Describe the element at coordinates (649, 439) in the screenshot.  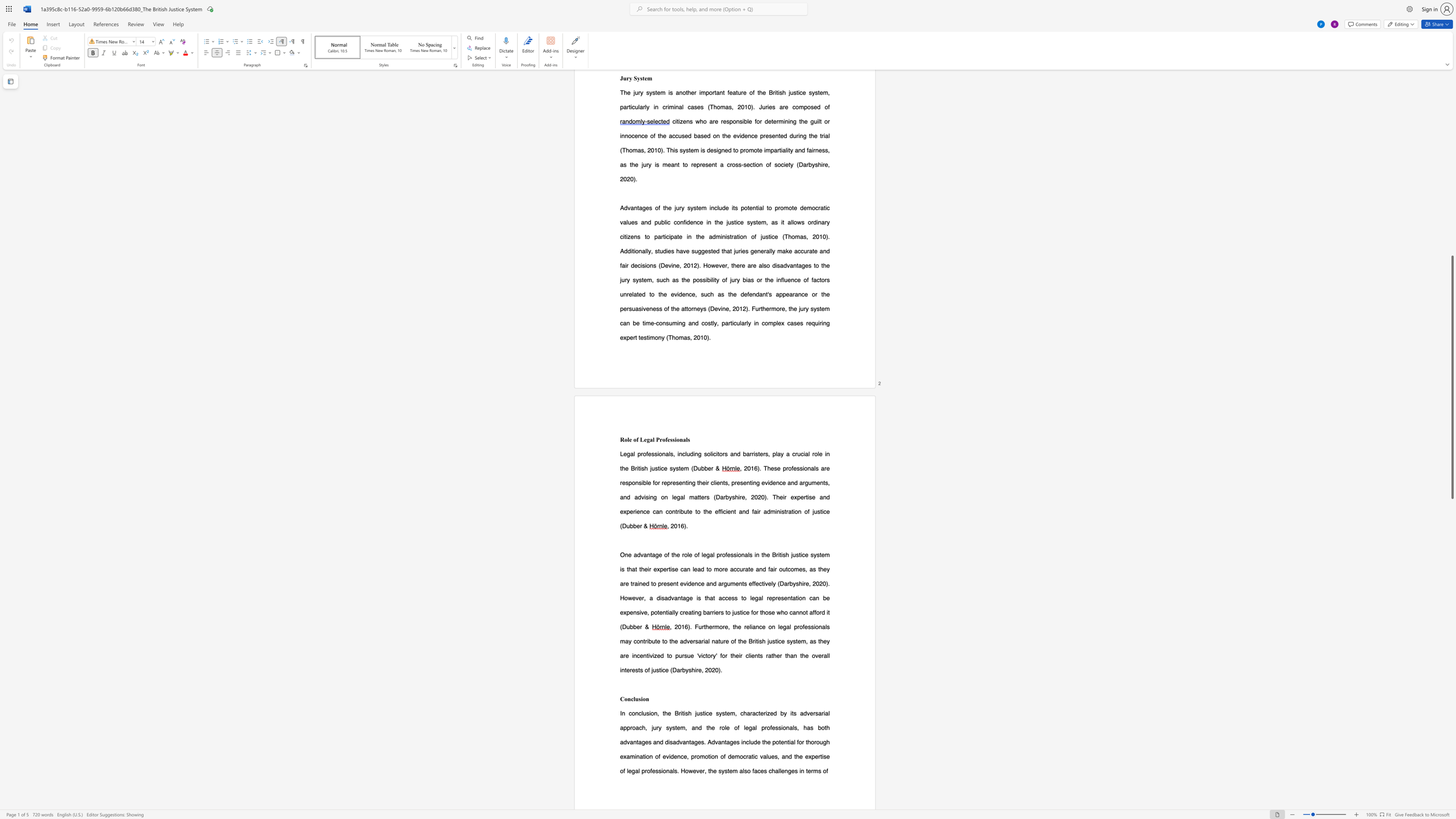
I see `the subset text "al Profession" within the text "Role of Legal Professionals"` at that location.